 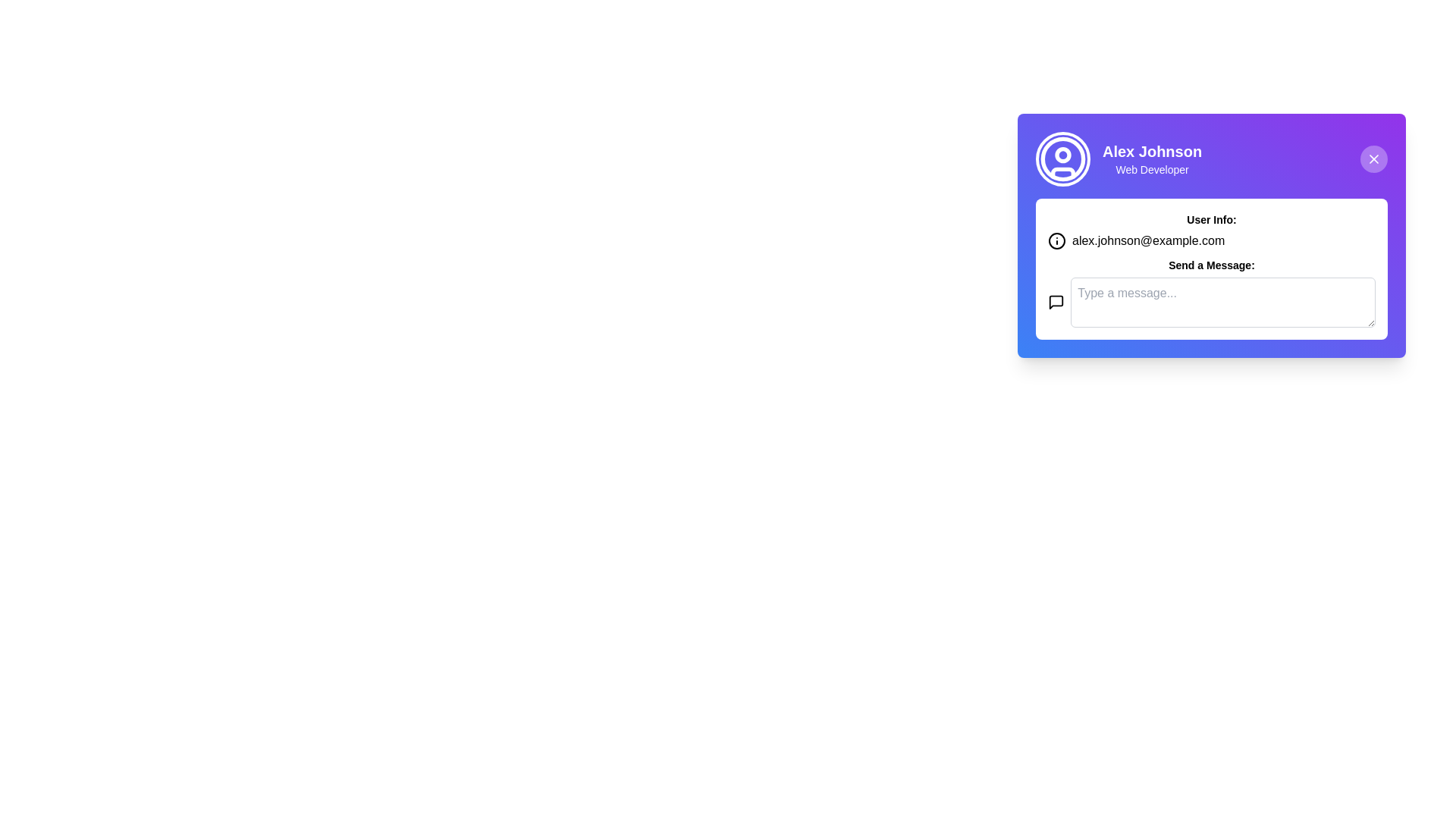 I want to click on the text label that displays 'Send a Message:', which is located in the bottom-right section of the main card layout, above the text input field, so click(x=1211, y=265).